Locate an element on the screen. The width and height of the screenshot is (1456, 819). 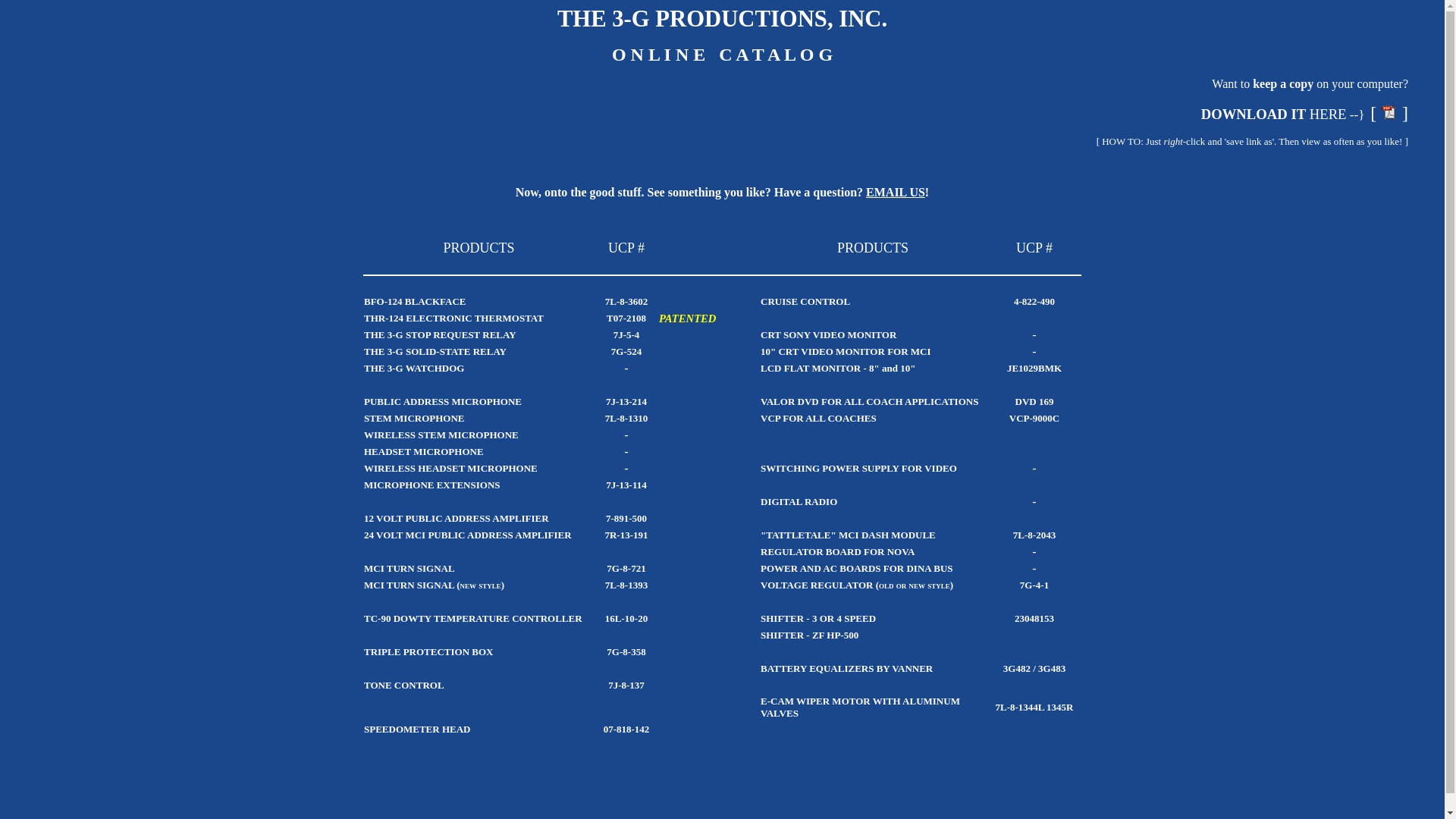
'CRUISE CONTROL' is located at coordinates (804, 301).